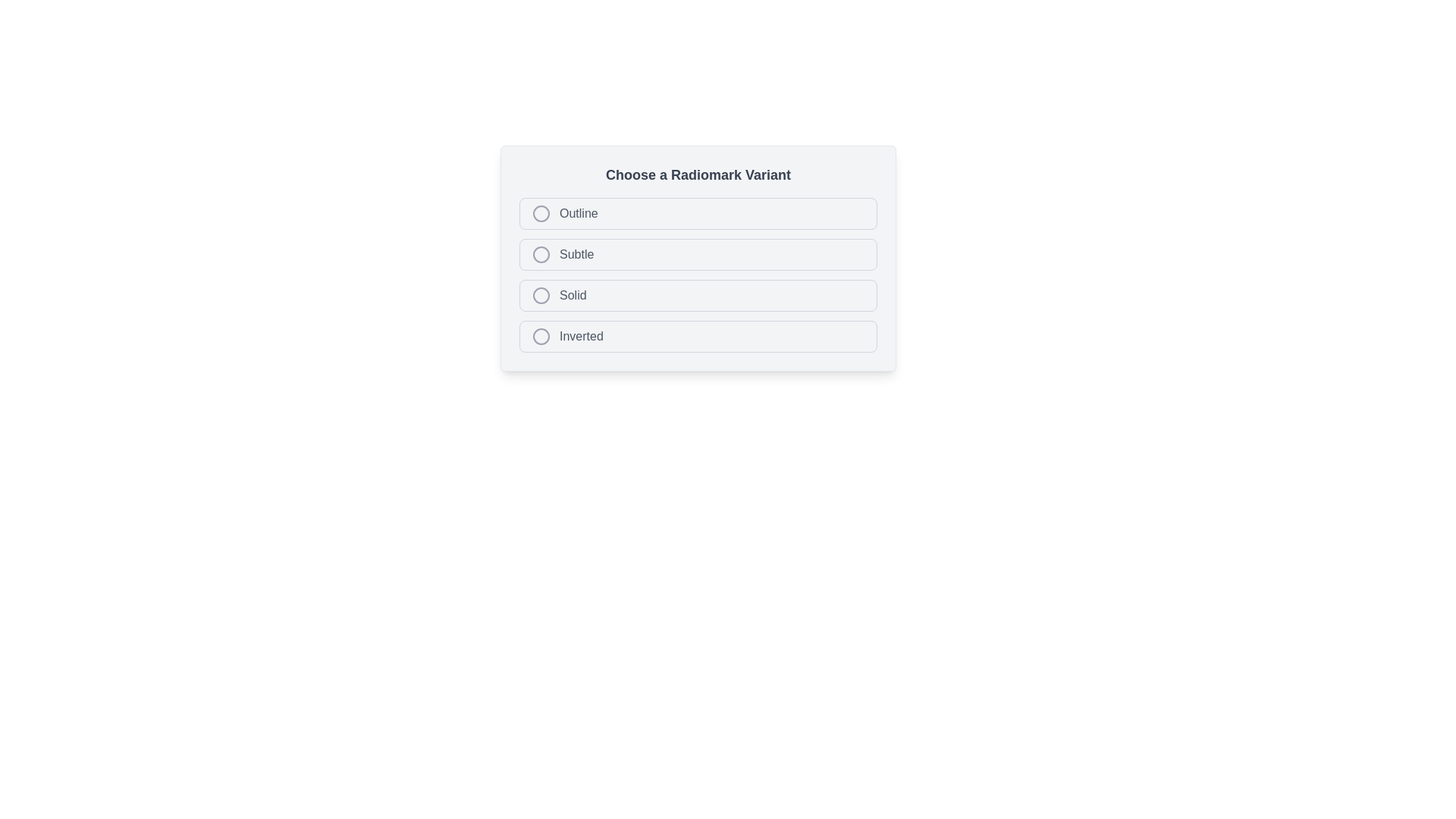 The height and width of the screenshot is (819, 1456). I want to click on the text label representing the first selectable option in the 'Choose a Radiomark Variant' form to trigger a visual effect, so click(578, 213).